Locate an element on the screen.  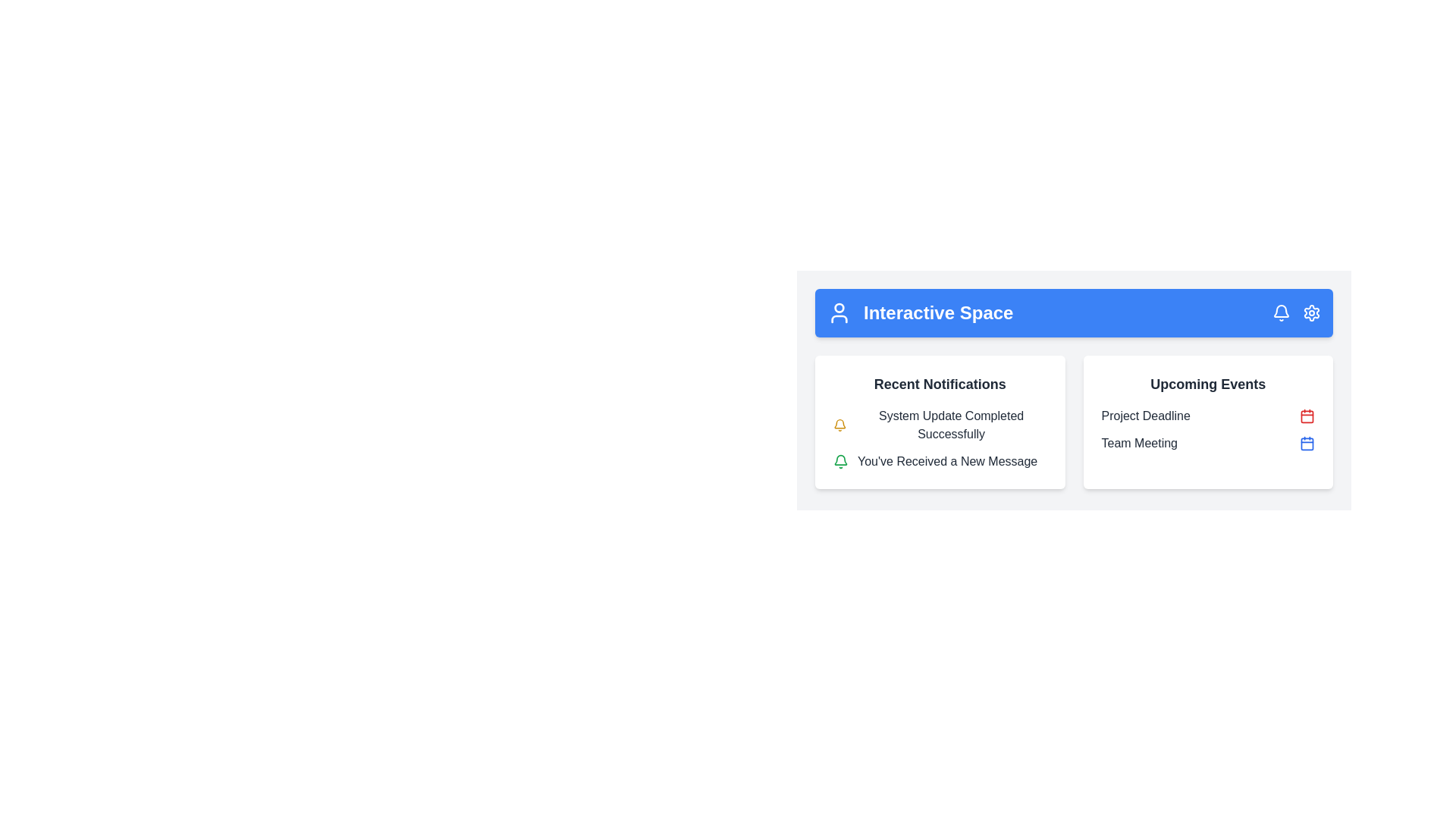
the yellow bell icon representing notifications, located to the left of the text 'System Update Completed Successfully' in the 'Recent Notifications' section is located at coordinates (839, 425).